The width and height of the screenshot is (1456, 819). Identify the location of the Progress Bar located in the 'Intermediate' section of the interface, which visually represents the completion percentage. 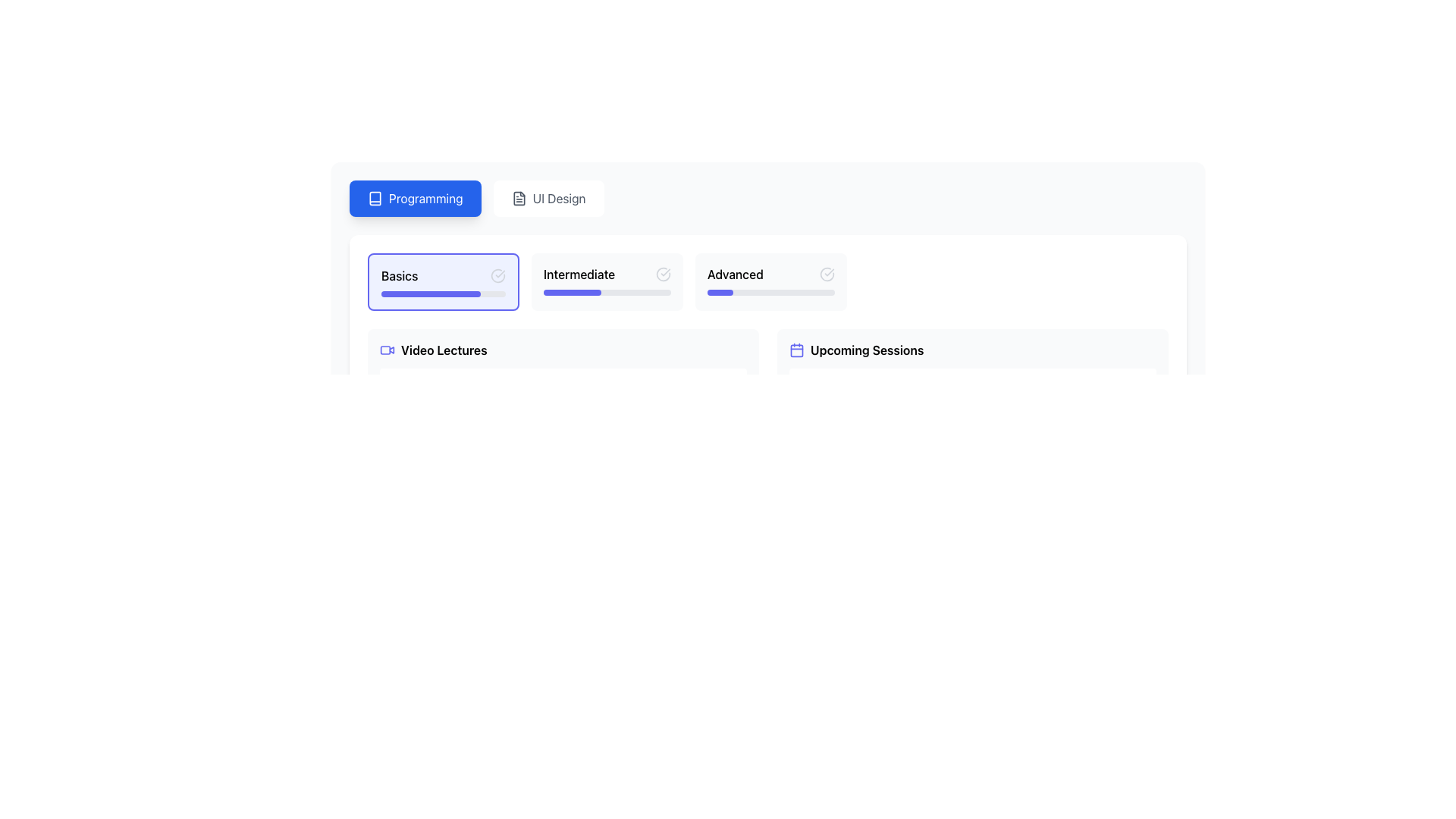
(571, 292).